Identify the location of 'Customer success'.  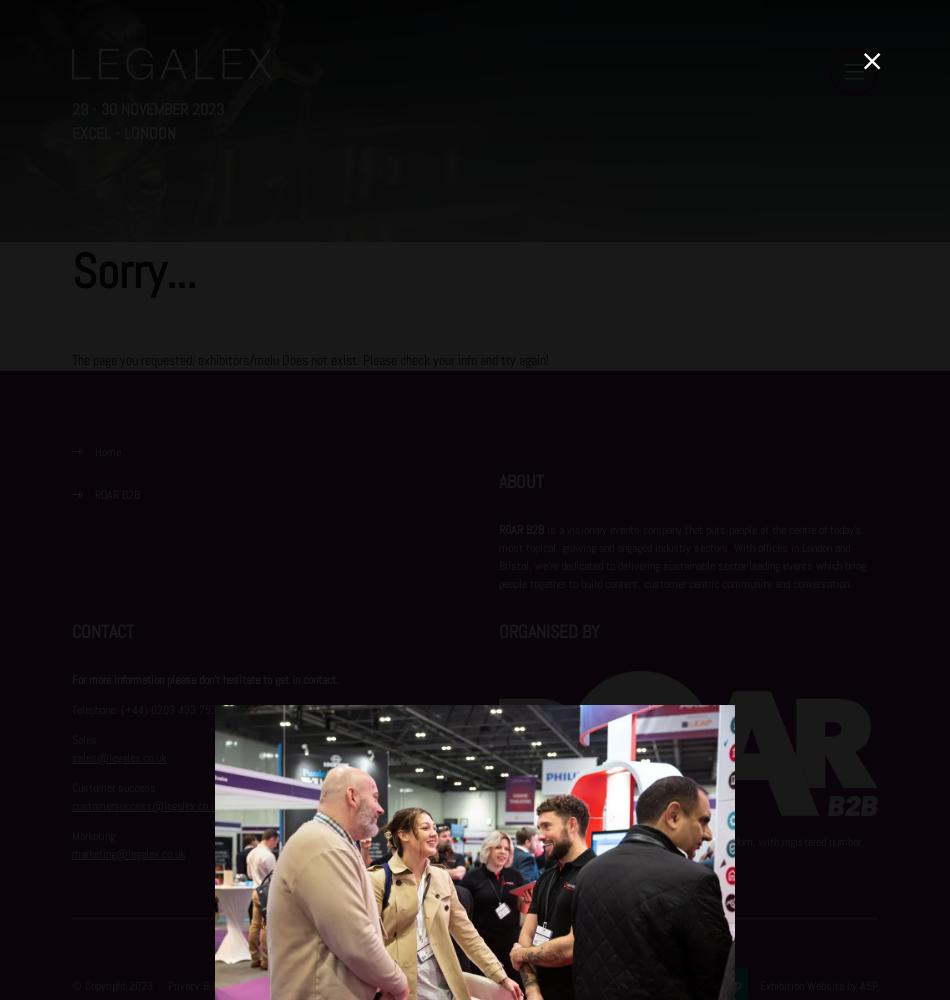
(72, 787).